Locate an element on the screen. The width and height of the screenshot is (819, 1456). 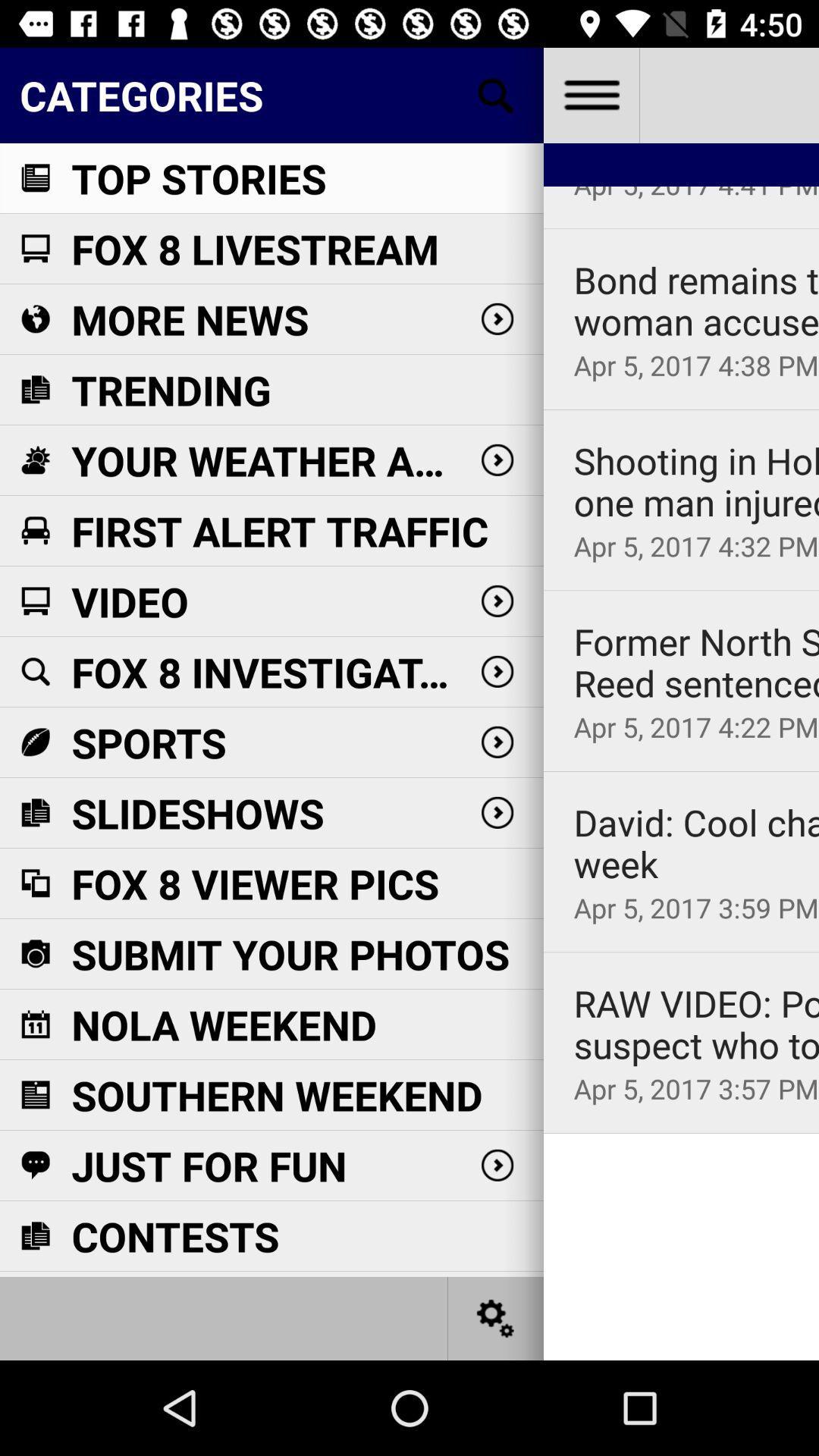
settings button is located at coordinates (590, 94).